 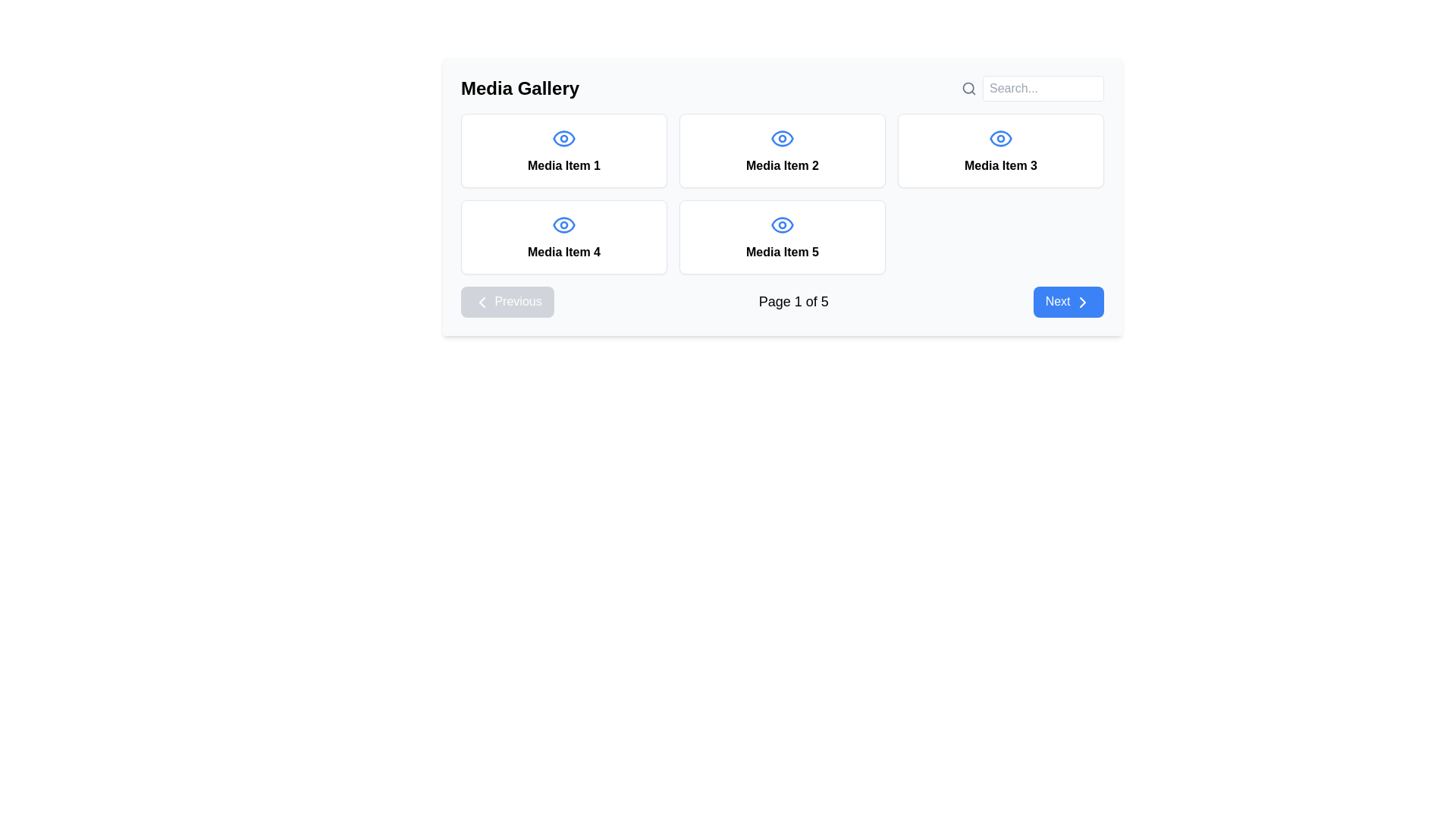 What do you see at coordinates (783, 151) in the screenshot?
I see `the second card in the grid layout` at bounding box center [783, 151].